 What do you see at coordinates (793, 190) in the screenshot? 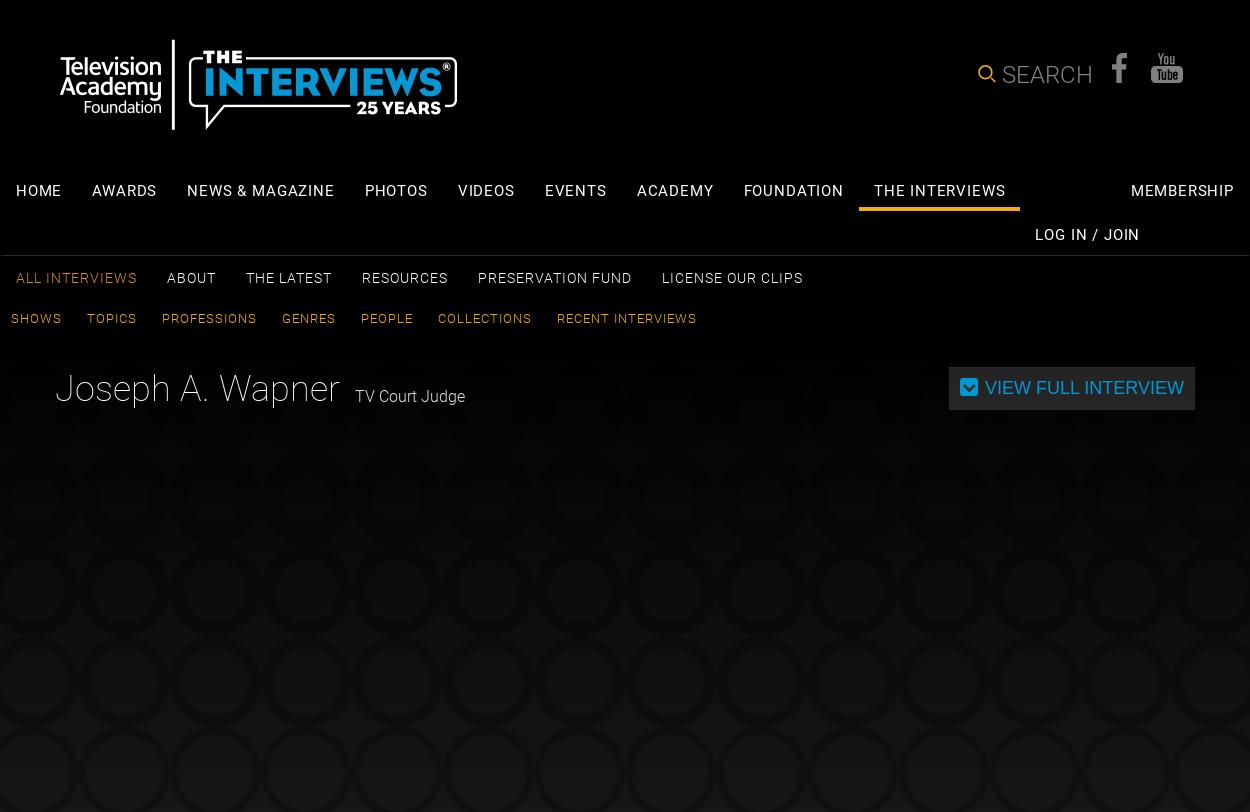
I see `'Foundation'` at bounding box center [793, 190].